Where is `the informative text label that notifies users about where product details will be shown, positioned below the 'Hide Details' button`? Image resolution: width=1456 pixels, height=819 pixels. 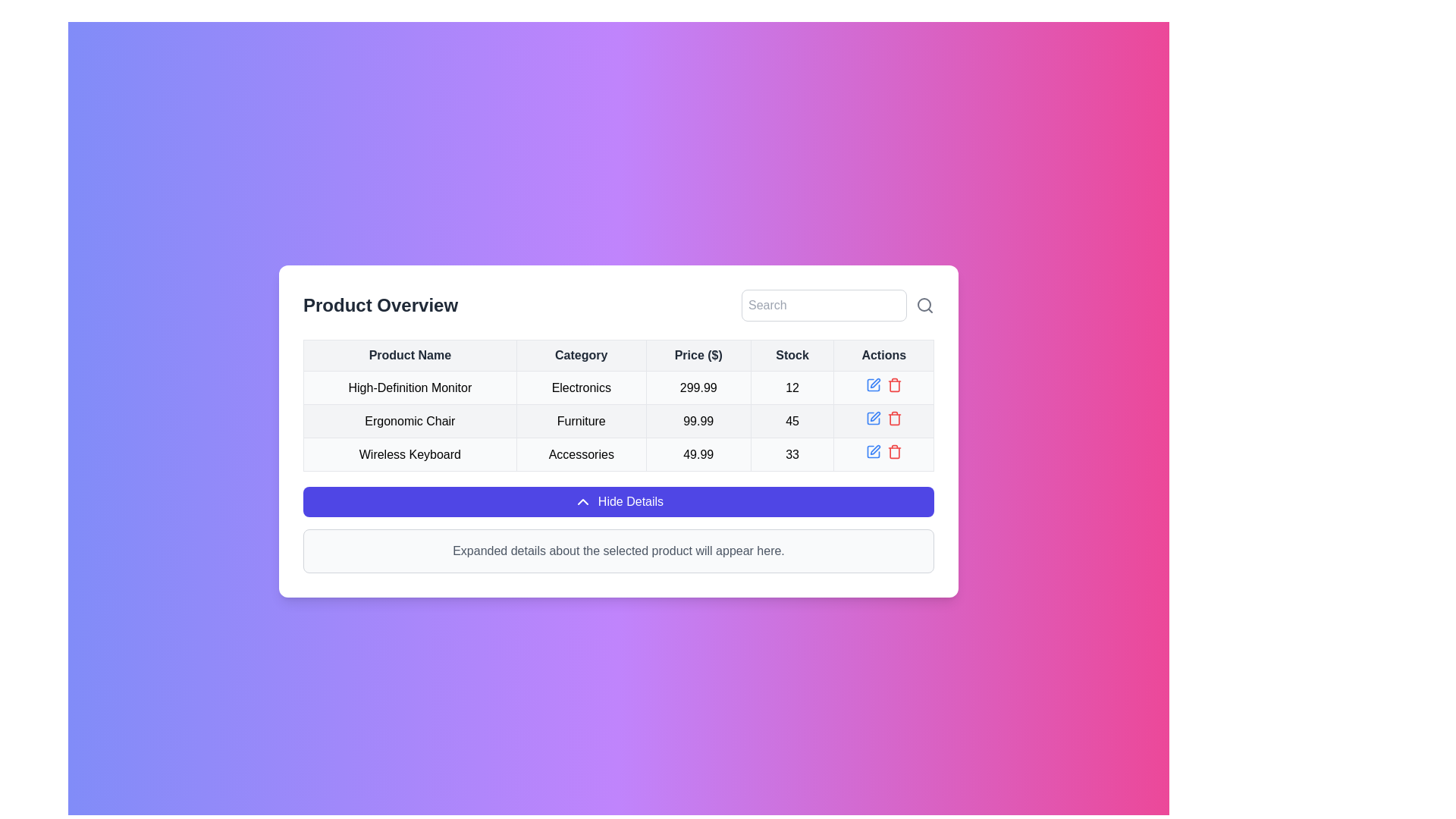 the informative text label that notifies users about where product details will be shown, positioned below the 'Hide Details' button is located at coordinates (619, 551).